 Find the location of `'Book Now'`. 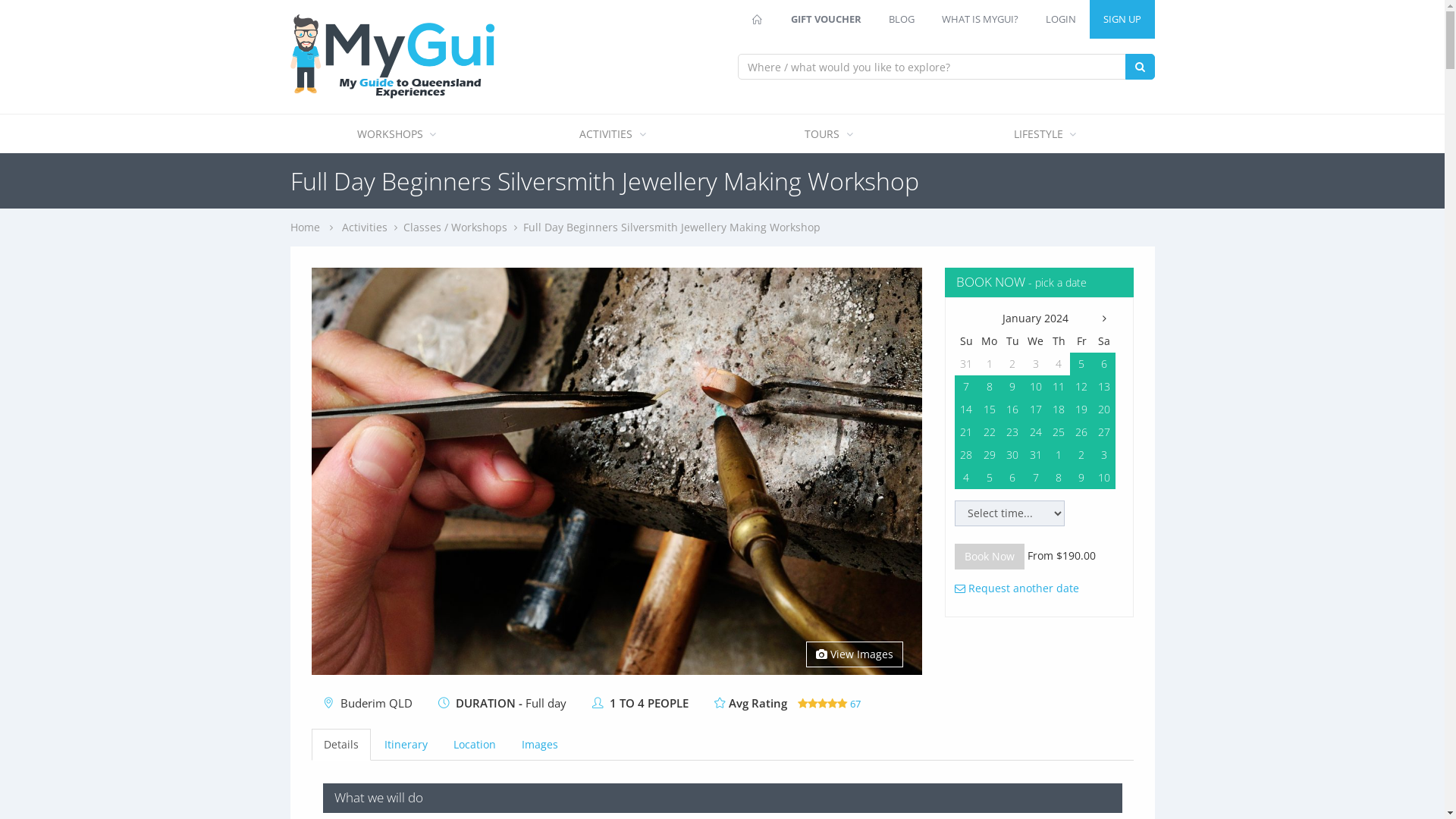

'Book Now' is located at coordinates (953, 556).